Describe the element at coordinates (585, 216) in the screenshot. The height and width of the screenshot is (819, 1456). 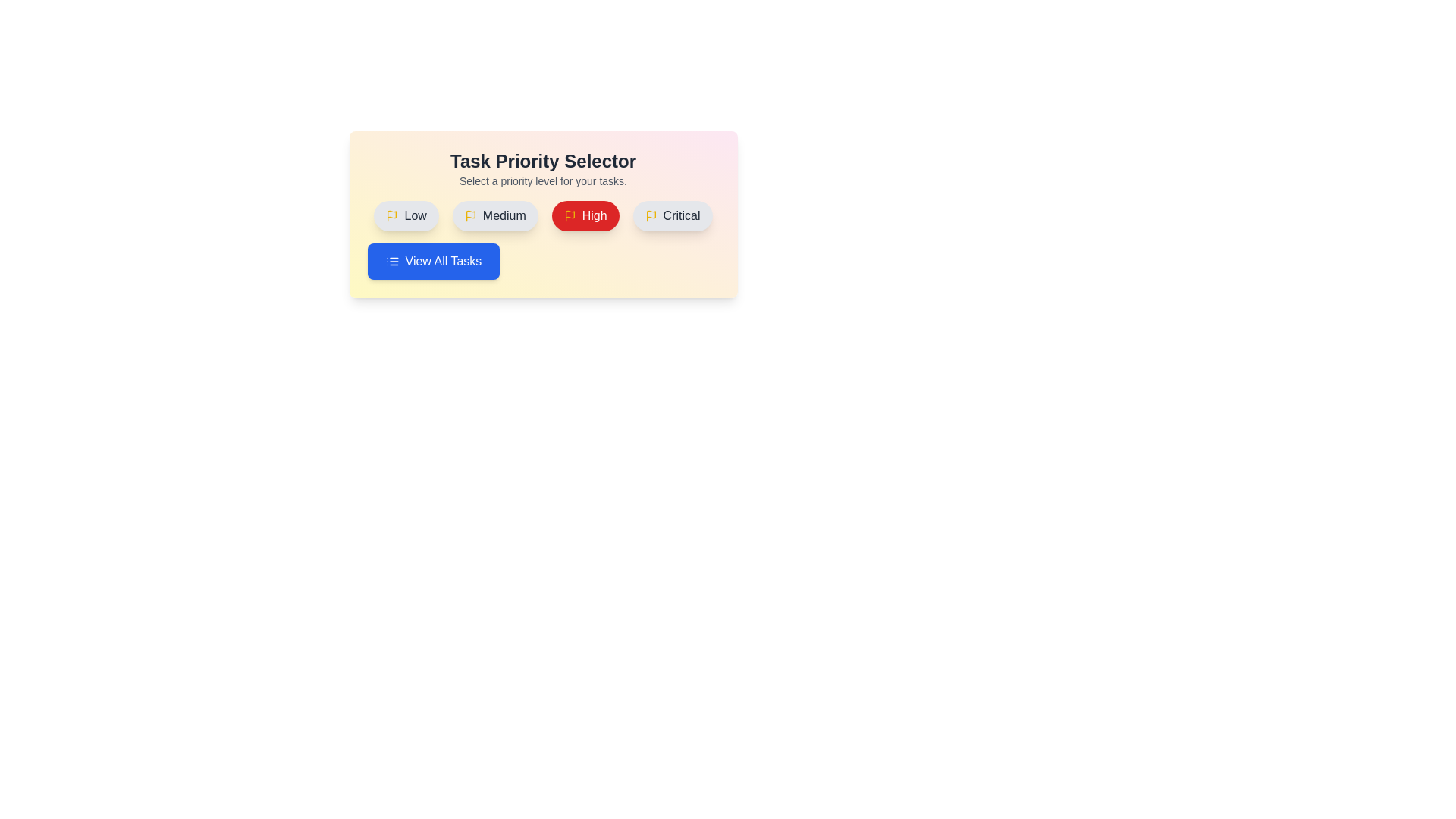
I see `the button corresponding to the priority level High` at that location.